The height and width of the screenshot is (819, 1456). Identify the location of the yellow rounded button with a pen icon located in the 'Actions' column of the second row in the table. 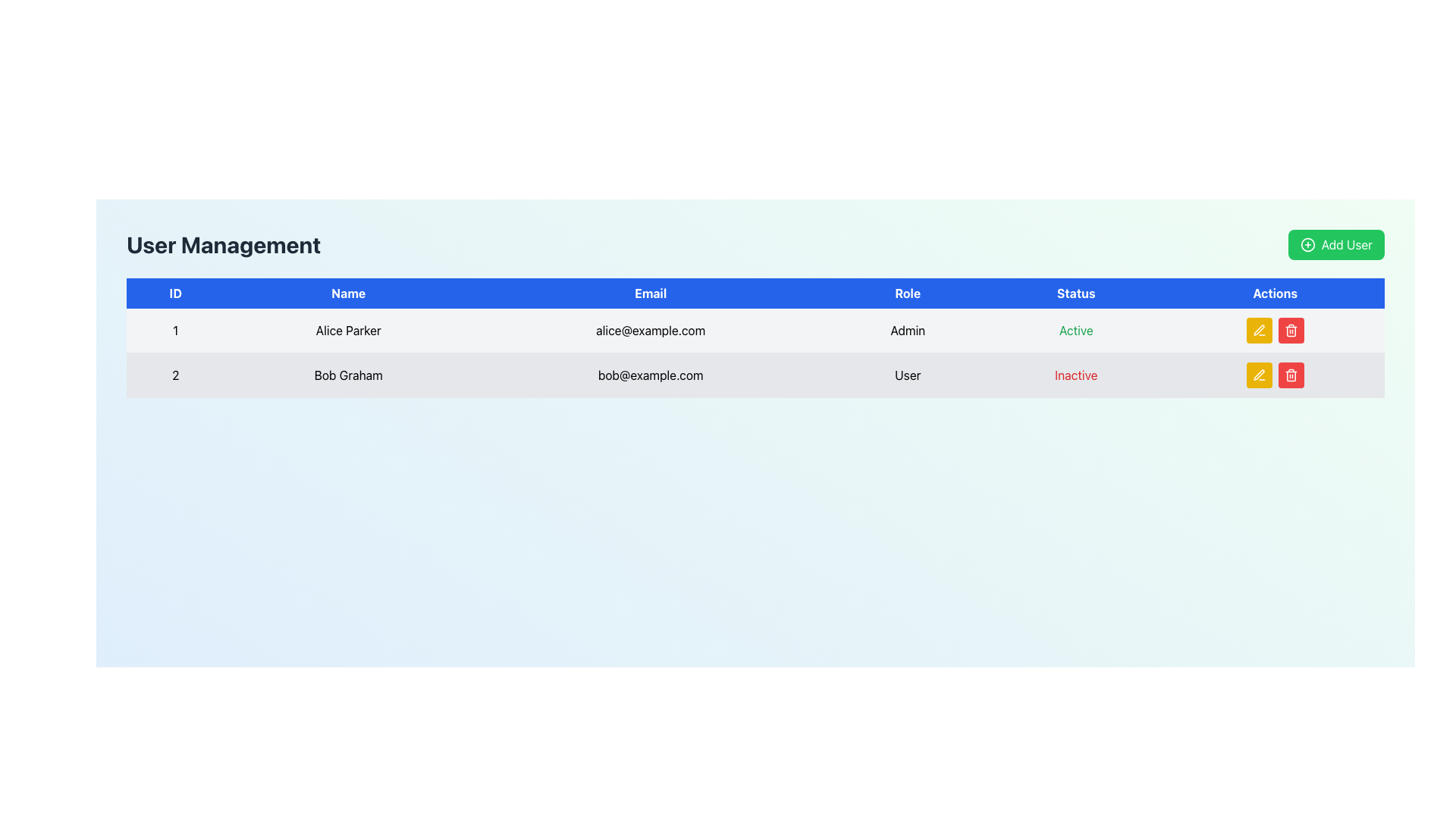
(1259, 329).